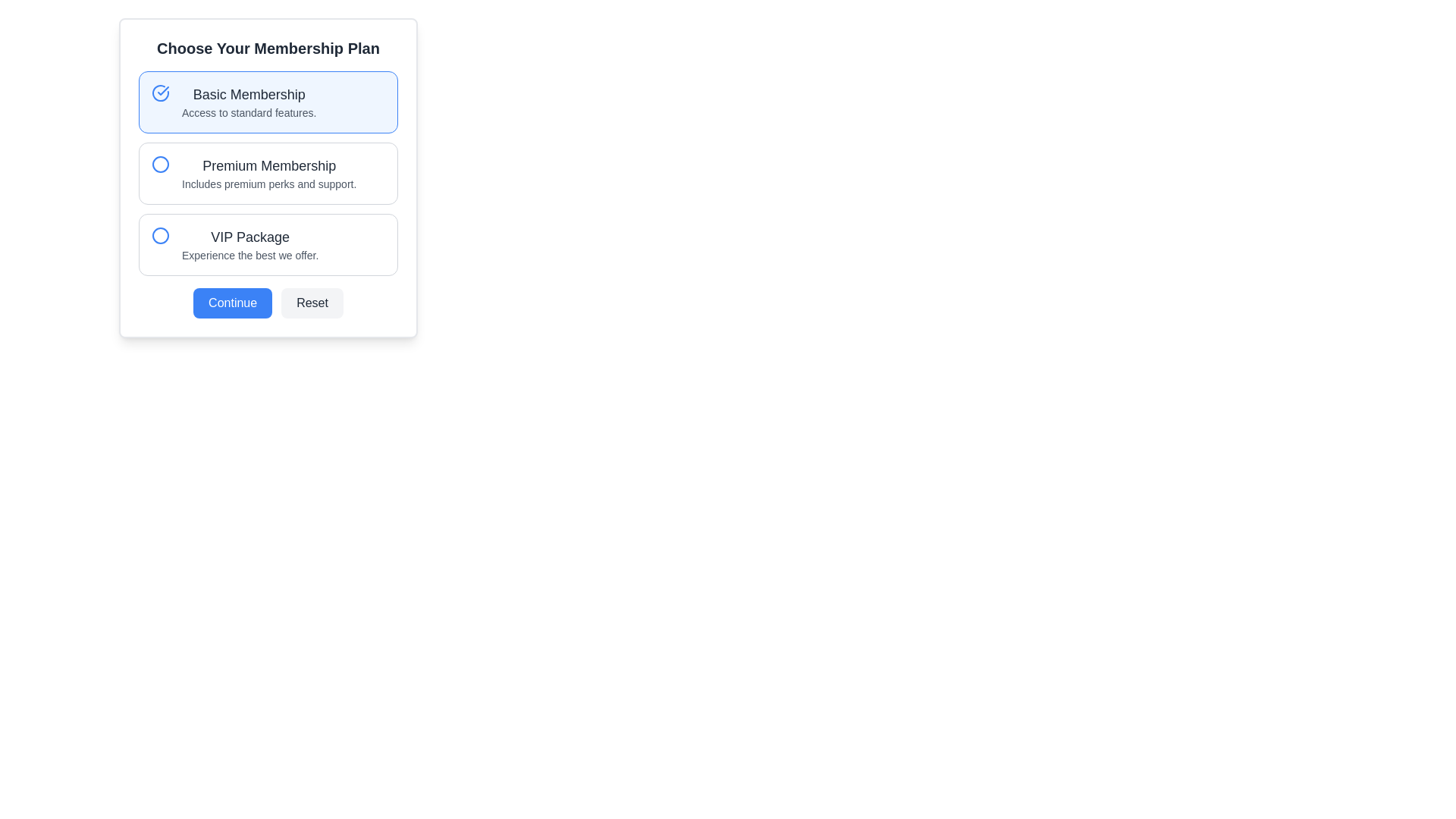  I want to click on the text label displaying 'Access to standard features.' located beneath the title 'Basic Membership' in the membership selection interface, so click(249, 112).